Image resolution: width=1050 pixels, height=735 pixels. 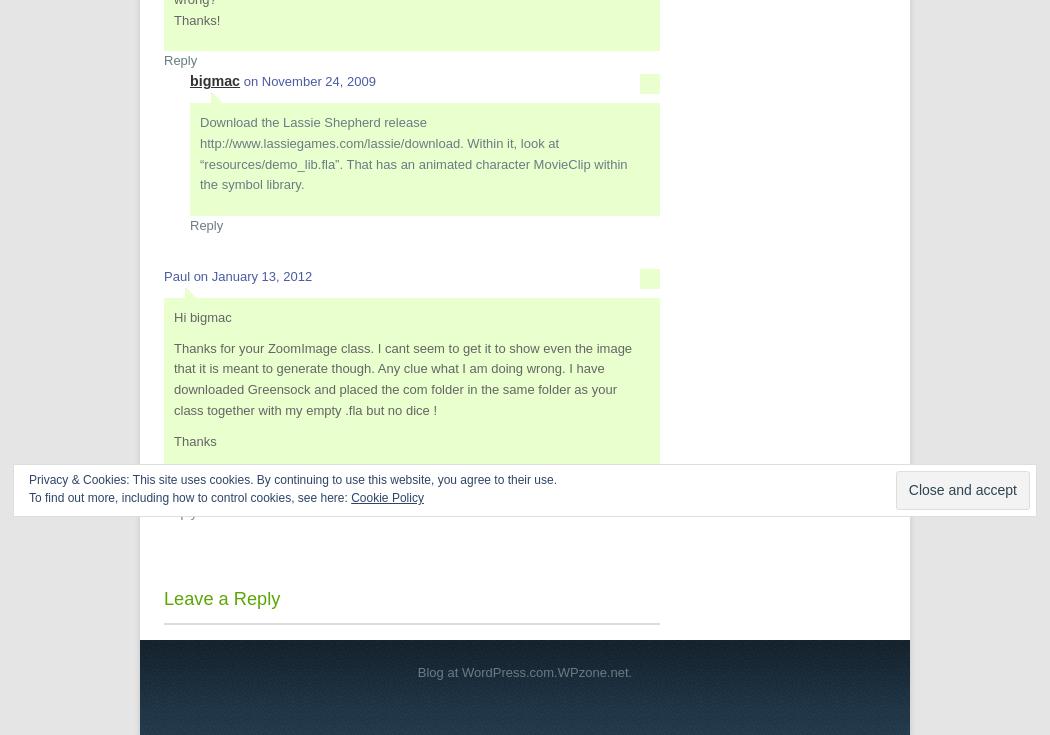 What do you see at coordinates (28, 498) in the screenshot?
I see `'To find out more, including how to control cookies, see here:'` at bounding box center [28, 498].